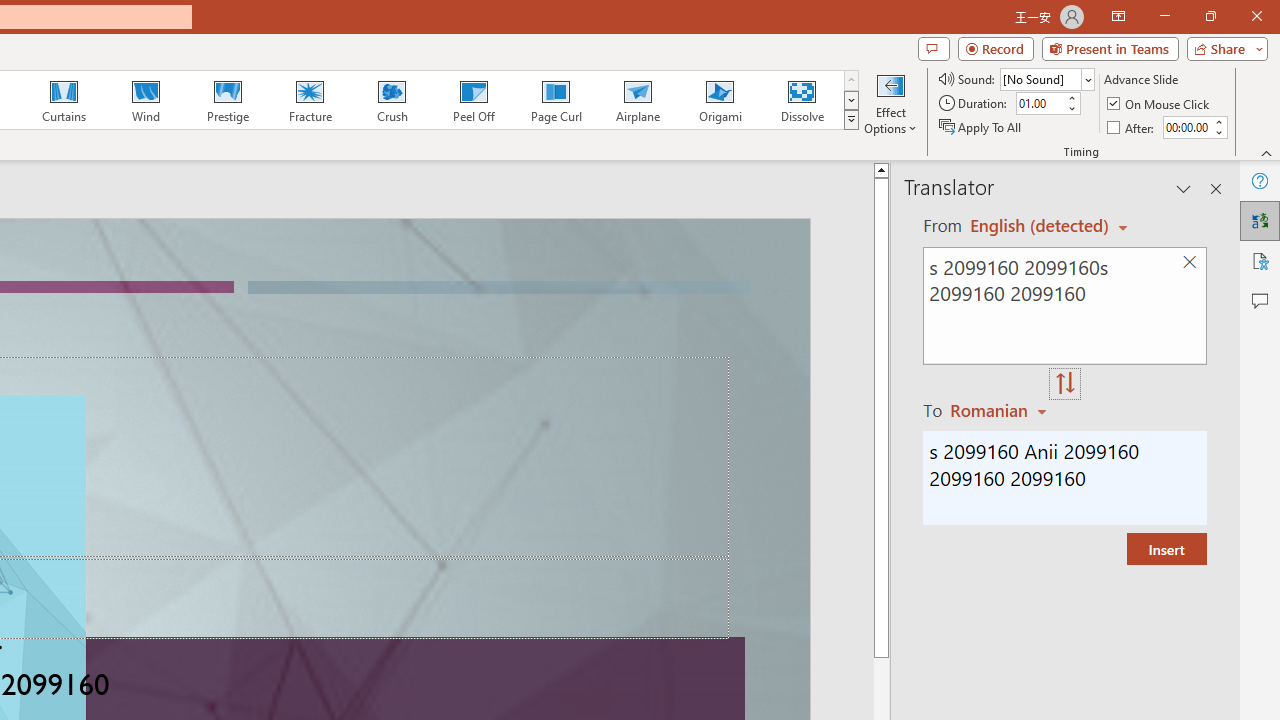 The width and height of the screenshot is (1280, 720). Describe the element at coordinates (802, 100) in the screenshot. I see `'Dissolve'` at that location.